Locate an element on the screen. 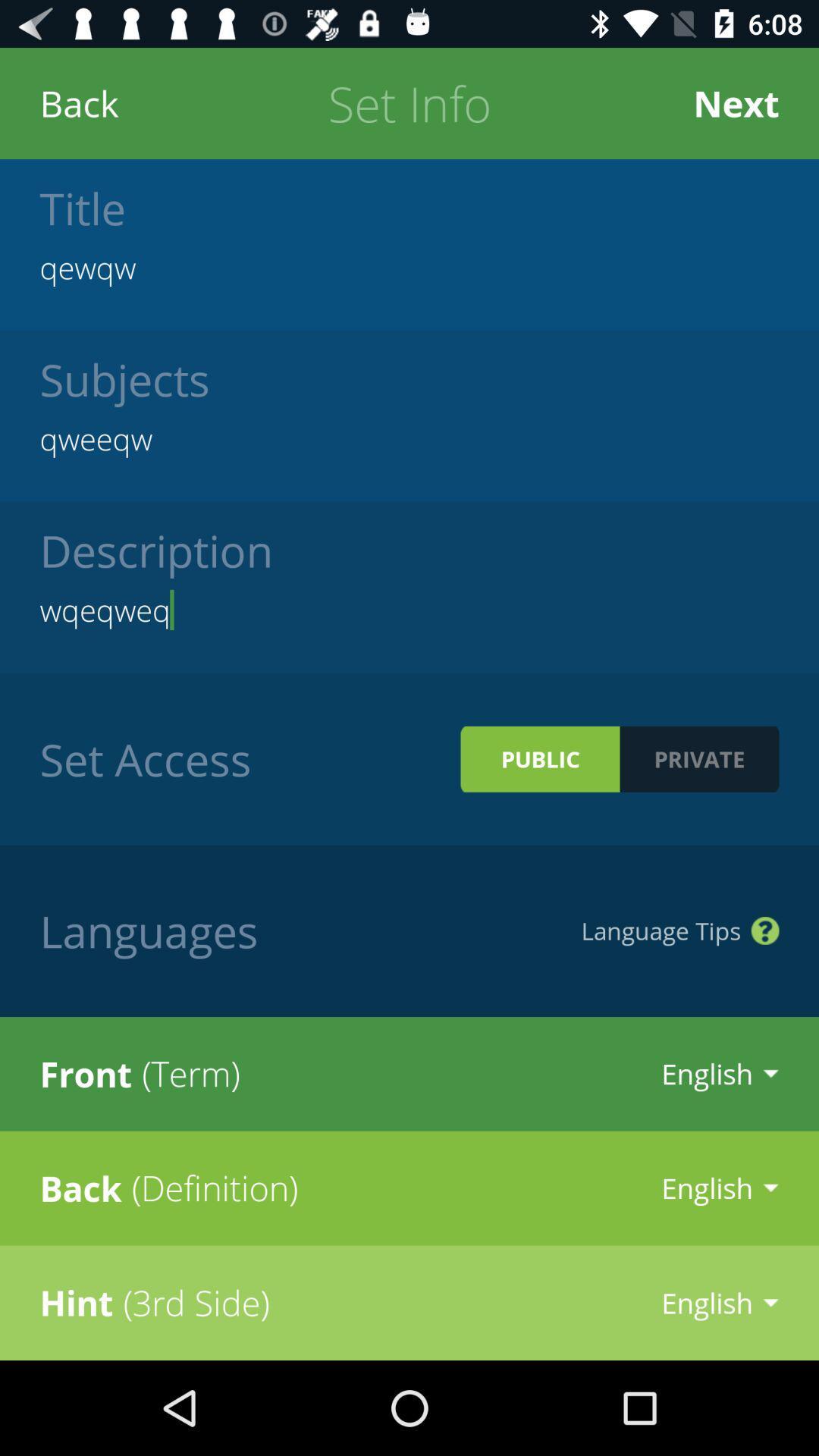 The width and height of the screenshot is (819, 1456). item to the left of private icon is located at coordinates (539, 759).